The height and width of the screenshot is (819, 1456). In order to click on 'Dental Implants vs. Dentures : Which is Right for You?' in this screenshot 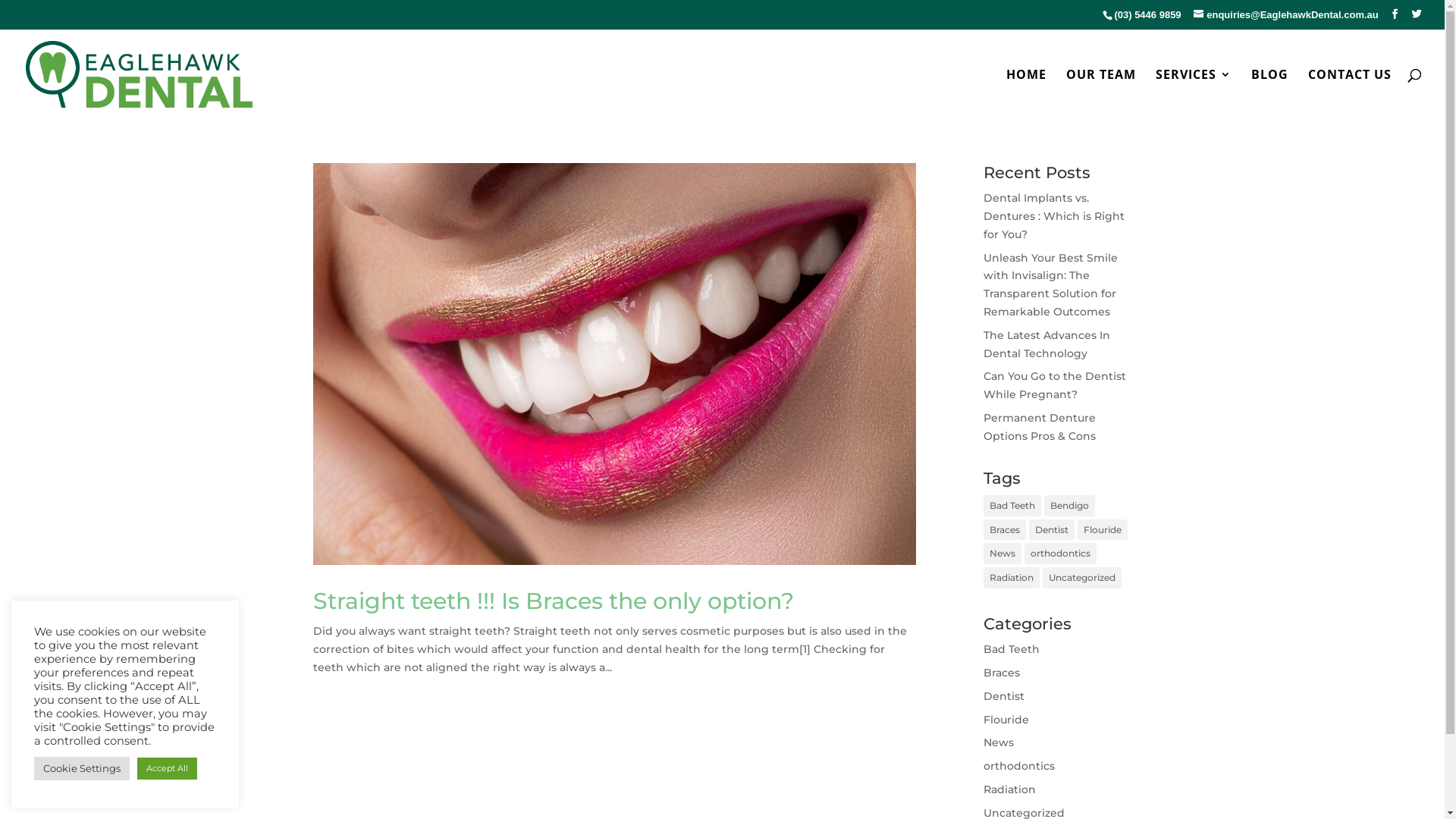, I will do `click(983, 216)`.